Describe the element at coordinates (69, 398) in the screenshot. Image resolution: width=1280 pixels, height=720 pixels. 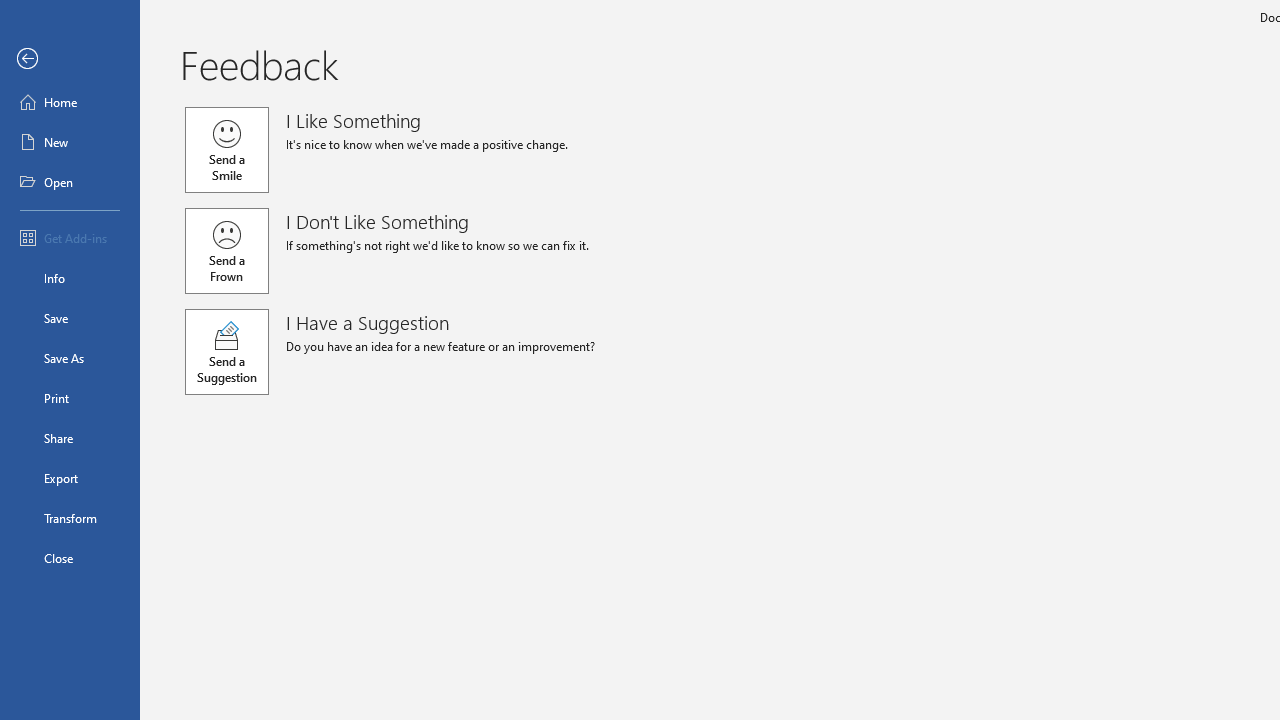
I see `'Print'` at that location.